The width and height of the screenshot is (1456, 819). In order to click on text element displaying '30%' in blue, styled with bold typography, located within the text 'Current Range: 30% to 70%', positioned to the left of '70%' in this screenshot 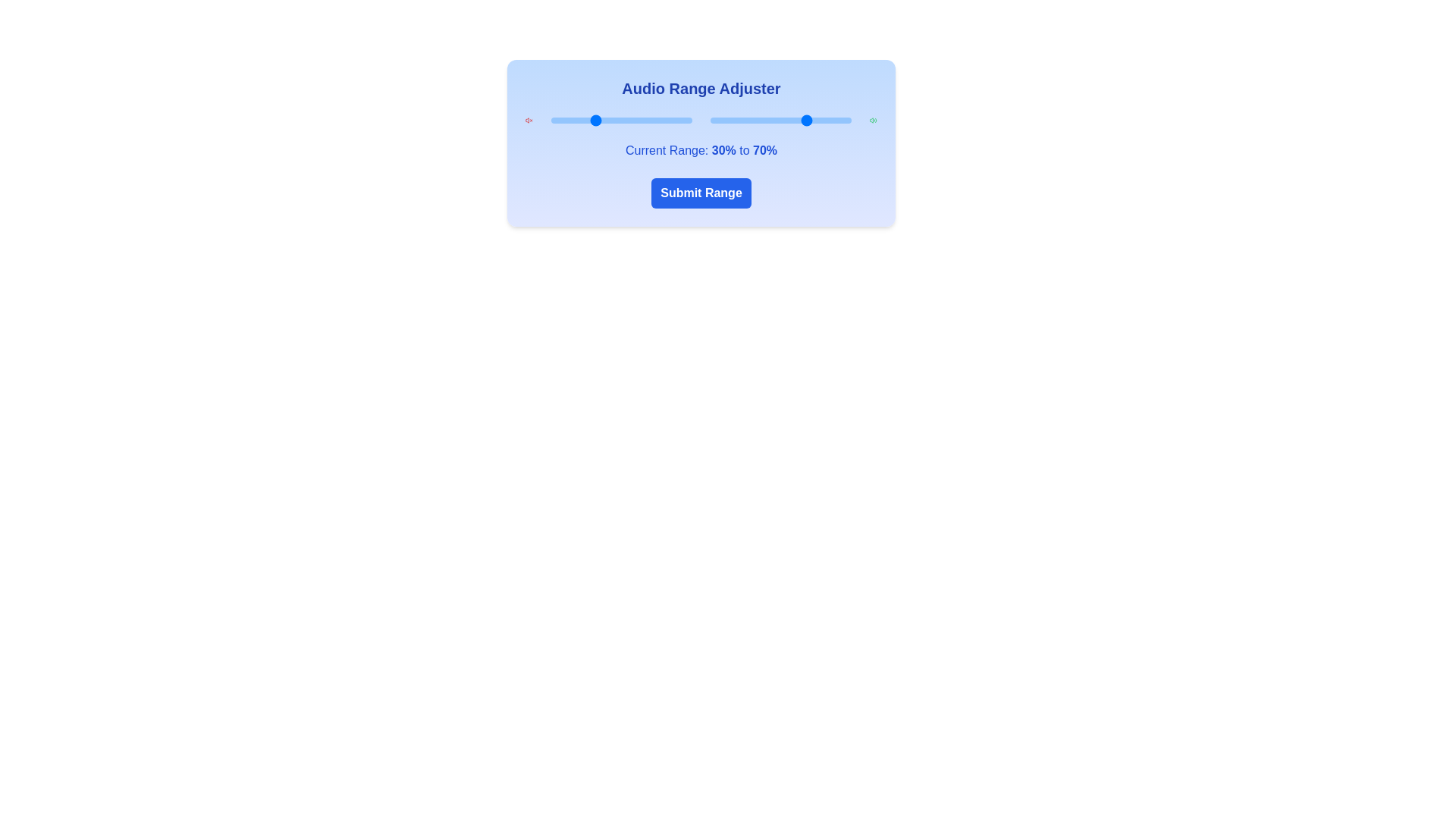, I will do `click(723, 150)`.